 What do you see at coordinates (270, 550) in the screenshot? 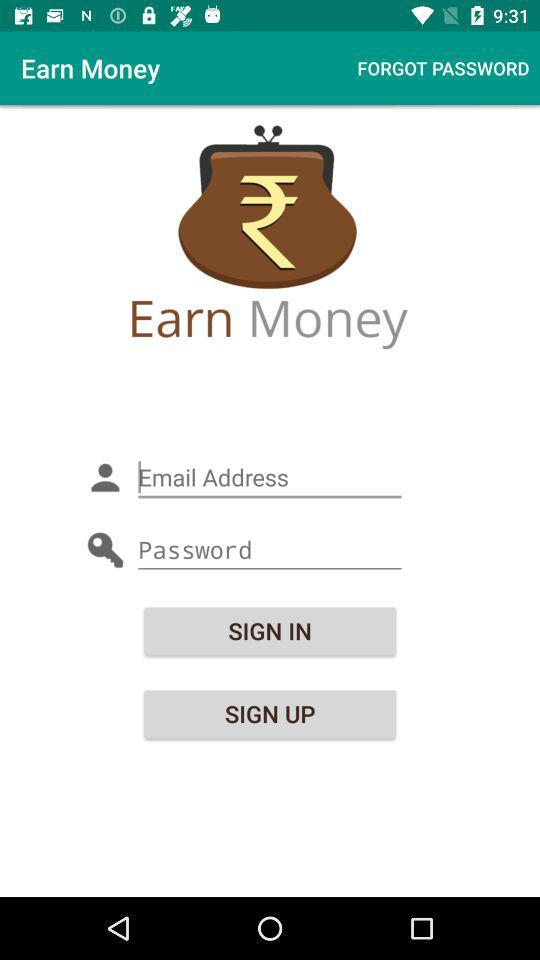
I see `type in passcode` at bounding box center [270, 550].